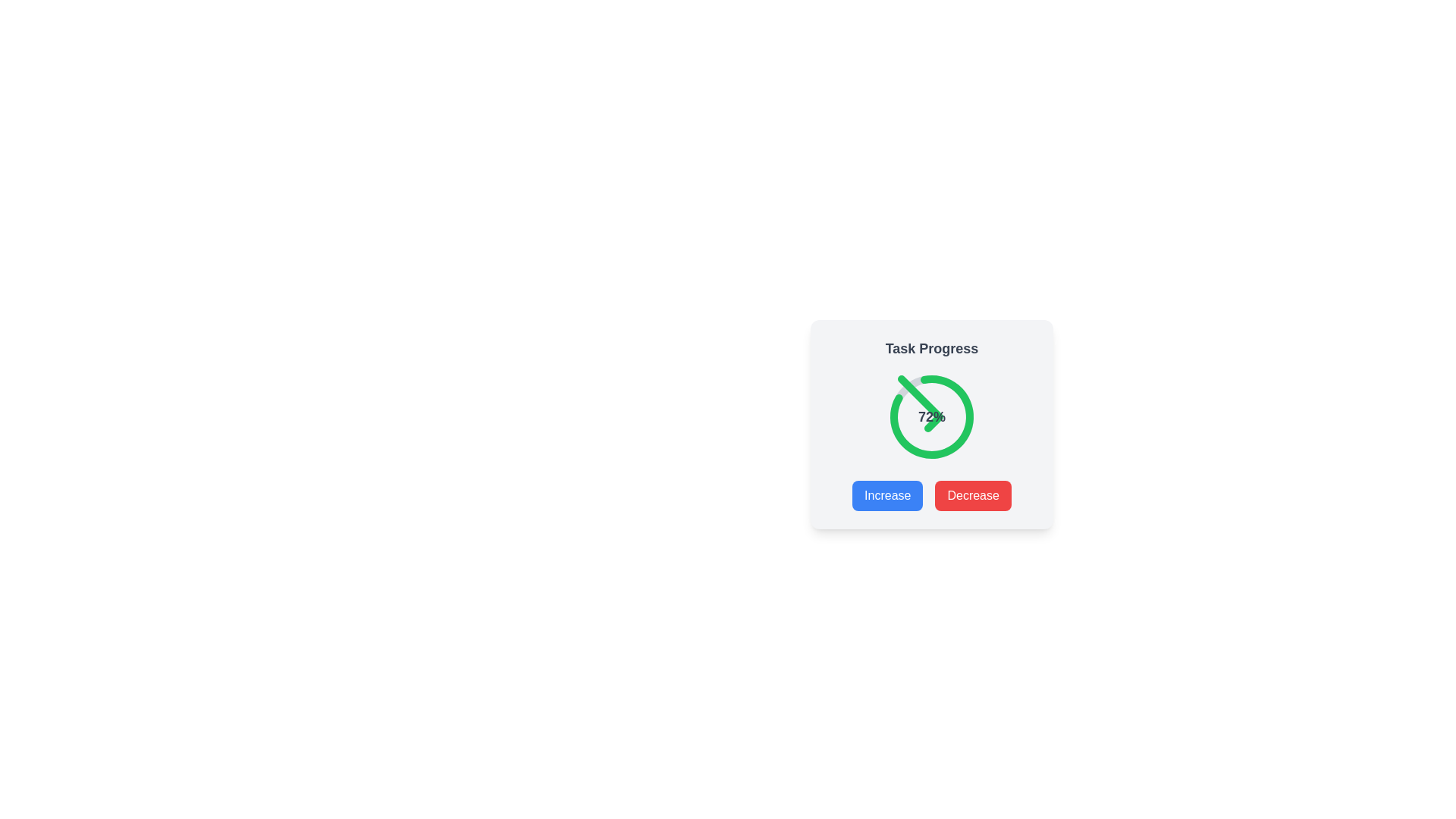 The image size is (1456, 819). I want to click on the second button to the right of the 'Increase' button, so click(973, 496).